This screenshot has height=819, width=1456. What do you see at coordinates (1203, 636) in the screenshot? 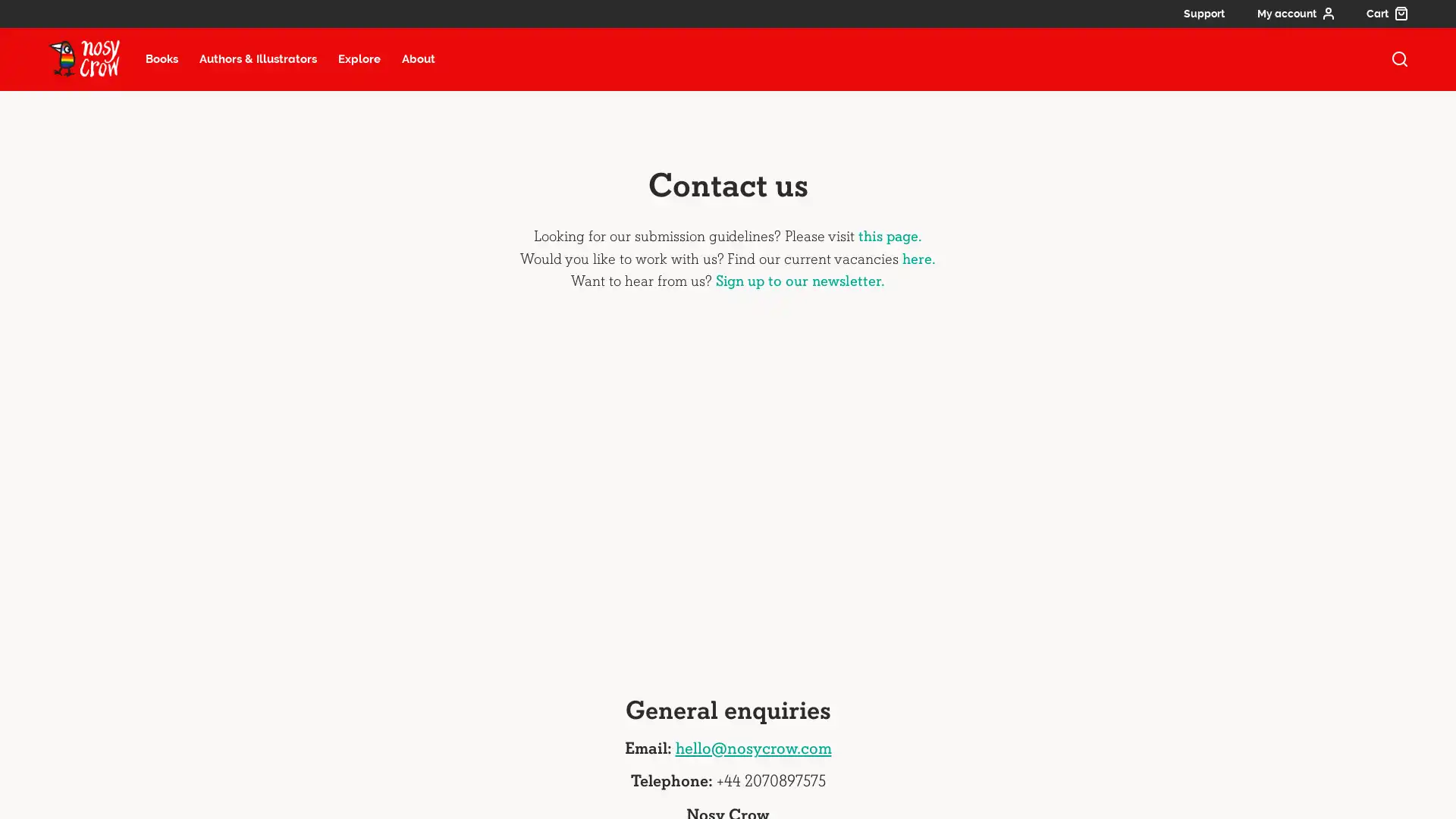
I see `Keyboard shortcuts` at bounding box center [1203, 636].